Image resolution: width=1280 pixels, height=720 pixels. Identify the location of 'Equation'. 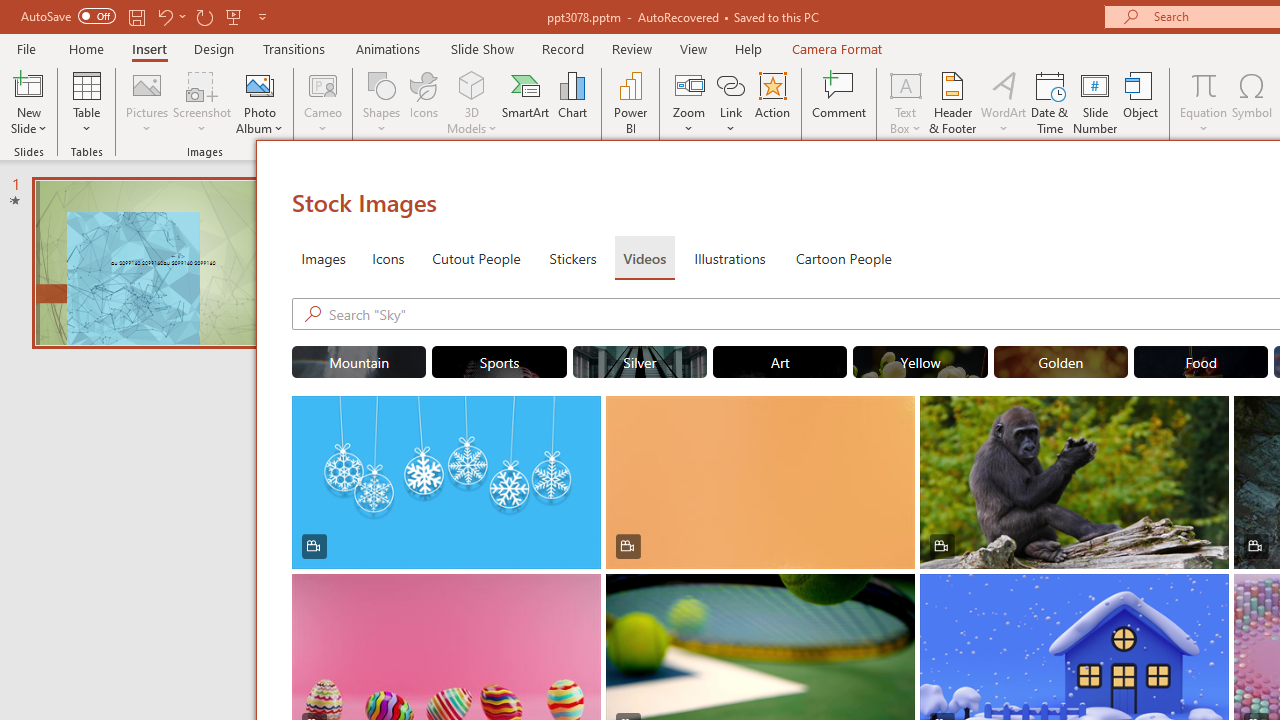
(1202, 103).